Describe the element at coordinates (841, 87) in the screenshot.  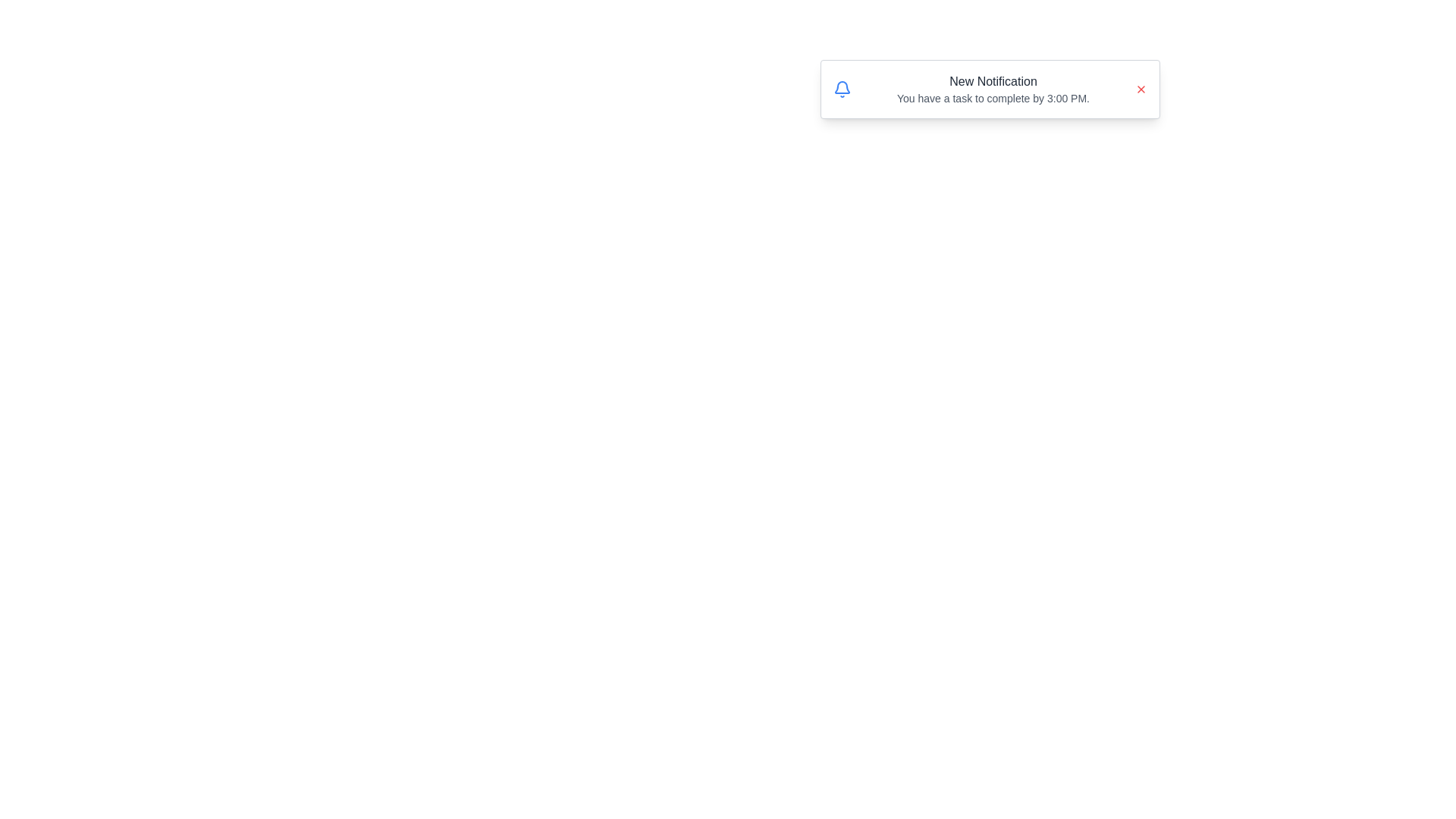
I see `the notification icon located near the left edge of the notification banner that displays 'New Notification' and the description 'You have a task to complete by 3:00 PM.'` at that location.